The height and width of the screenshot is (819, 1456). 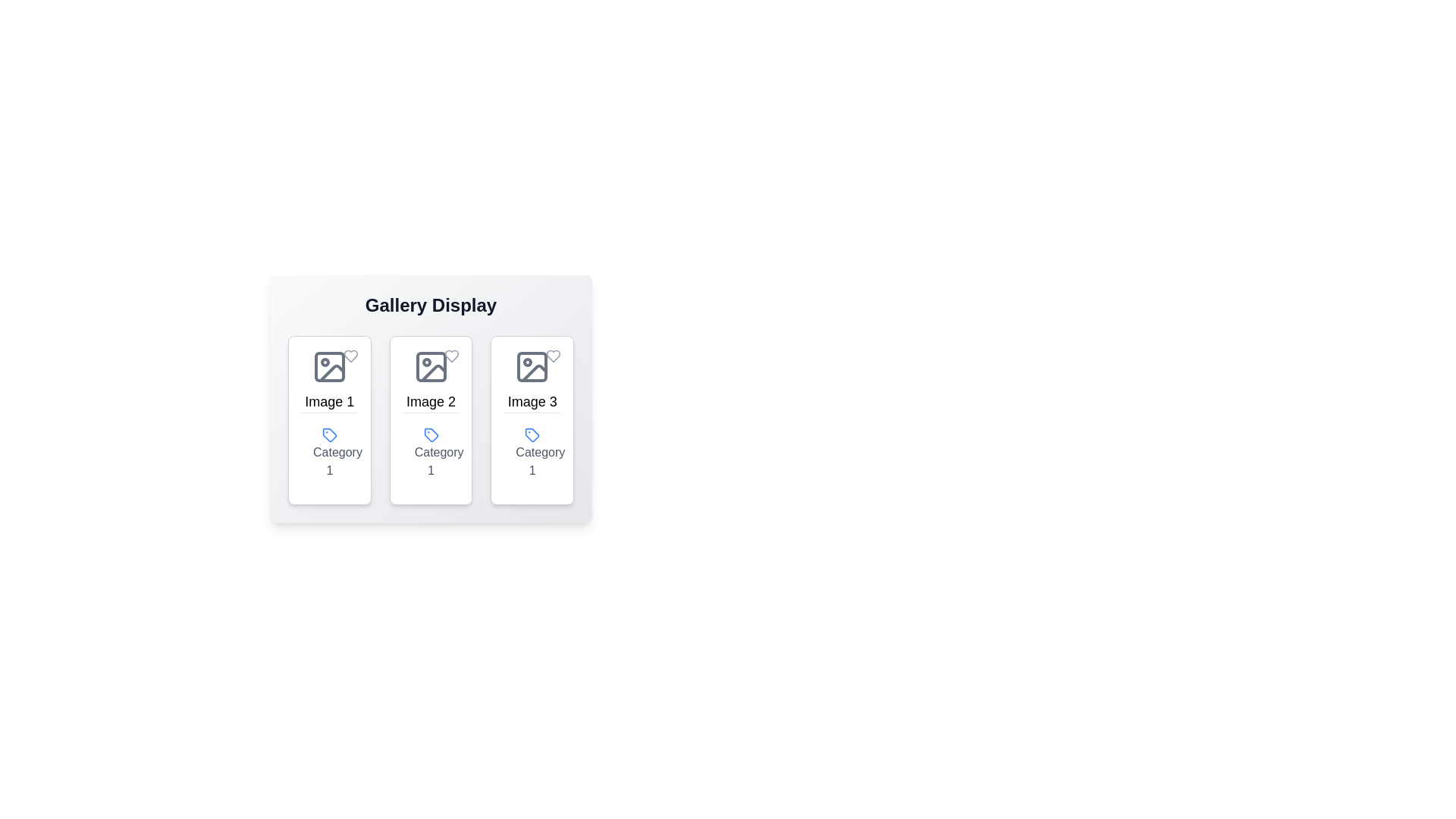 I want to click on the image placeholder icon representing 'Image 3' in the gallery display area, so click(x=532, y=366).